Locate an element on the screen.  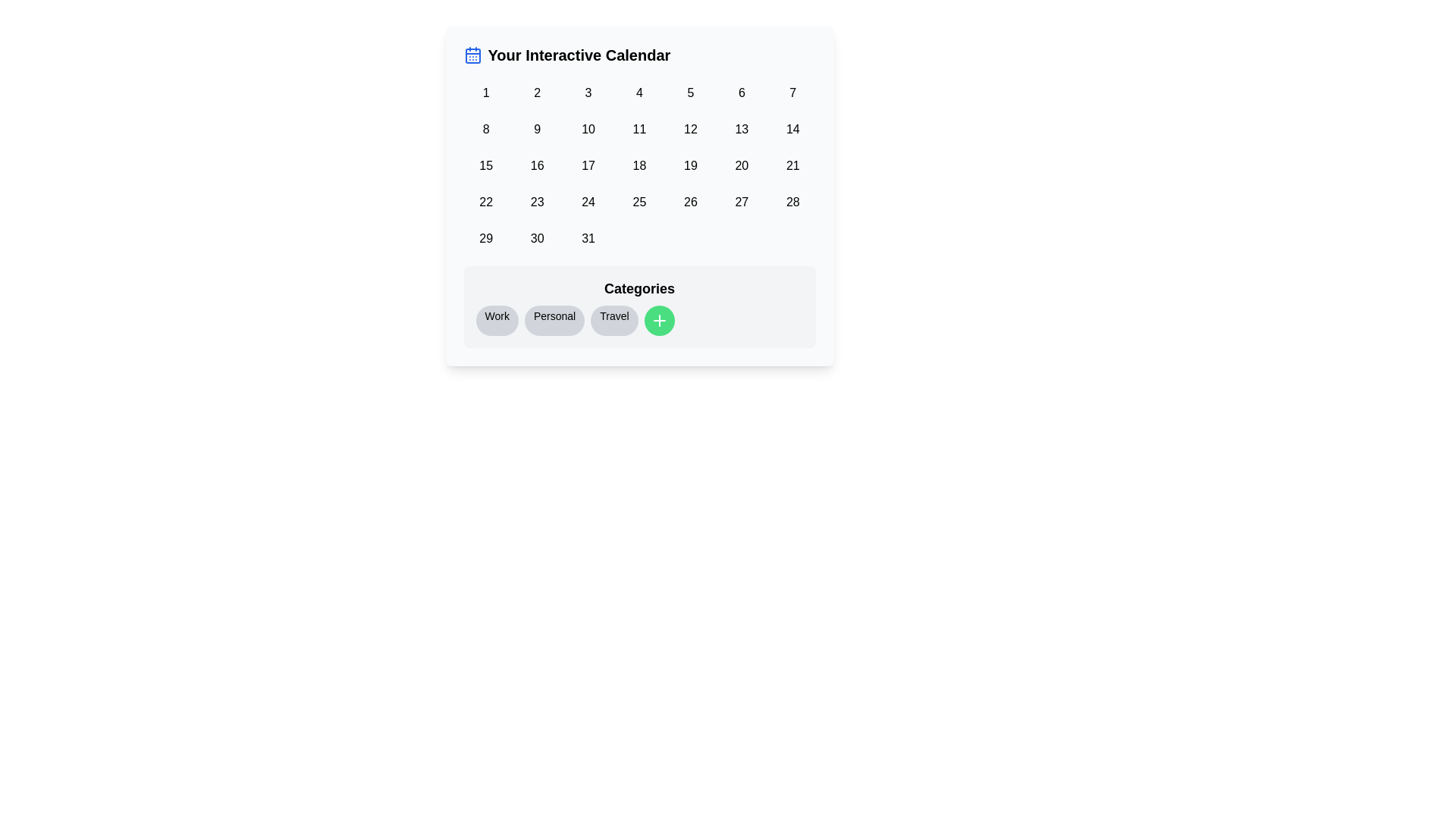
the button displaying the number '9' to change its background color is located at coordinates (537, 128).